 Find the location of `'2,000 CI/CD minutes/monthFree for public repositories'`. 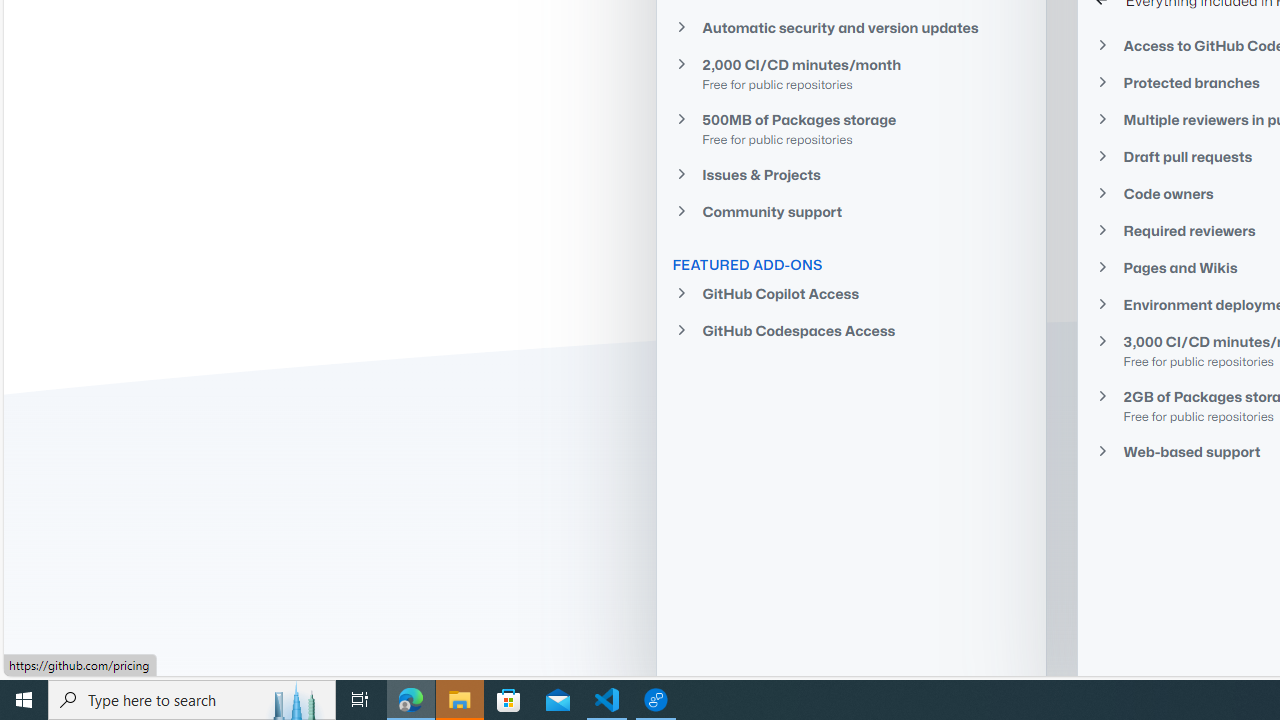

'2,000 CI/CD minutes/monthFree for public repositories' is located at coordinates (851, 72).